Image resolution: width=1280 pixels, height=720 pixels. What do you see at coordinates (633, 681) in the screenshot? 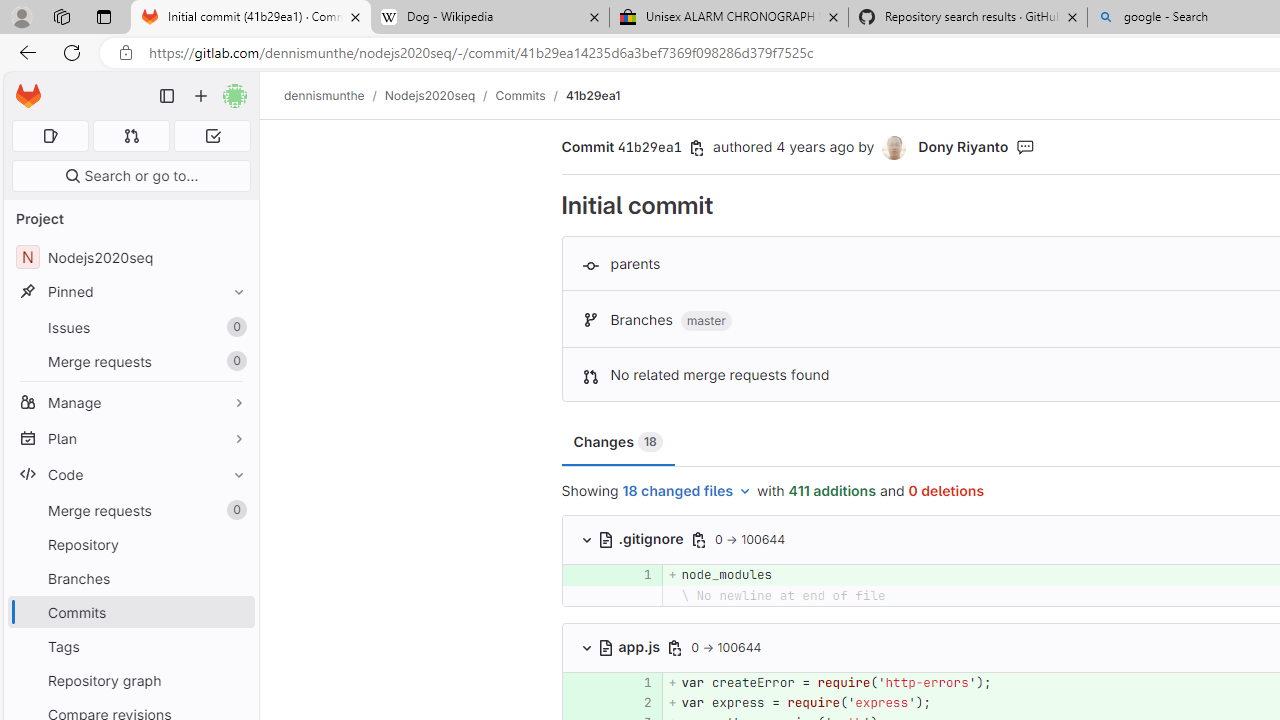
I see `'1'` at bounding box center [633, 681].